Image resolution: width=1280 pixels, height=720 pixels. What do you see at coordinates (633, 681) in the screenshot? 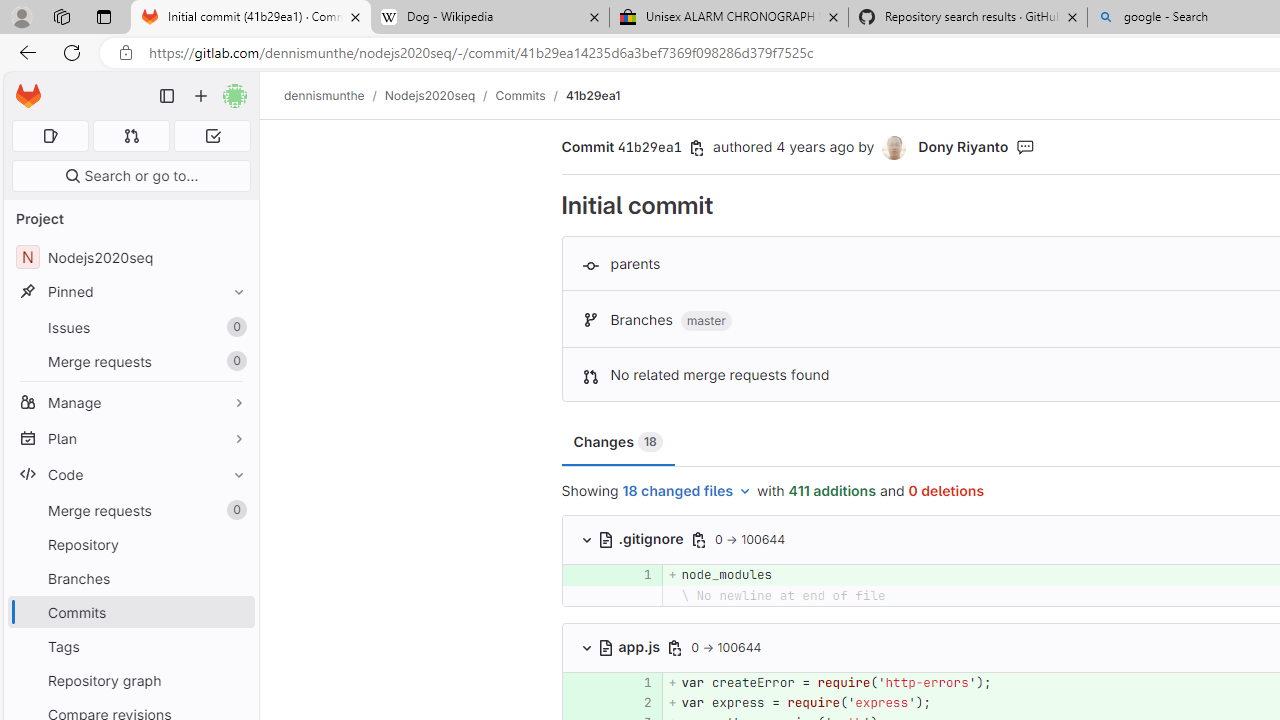
I see `'1'` at bounding box center [633, 681].